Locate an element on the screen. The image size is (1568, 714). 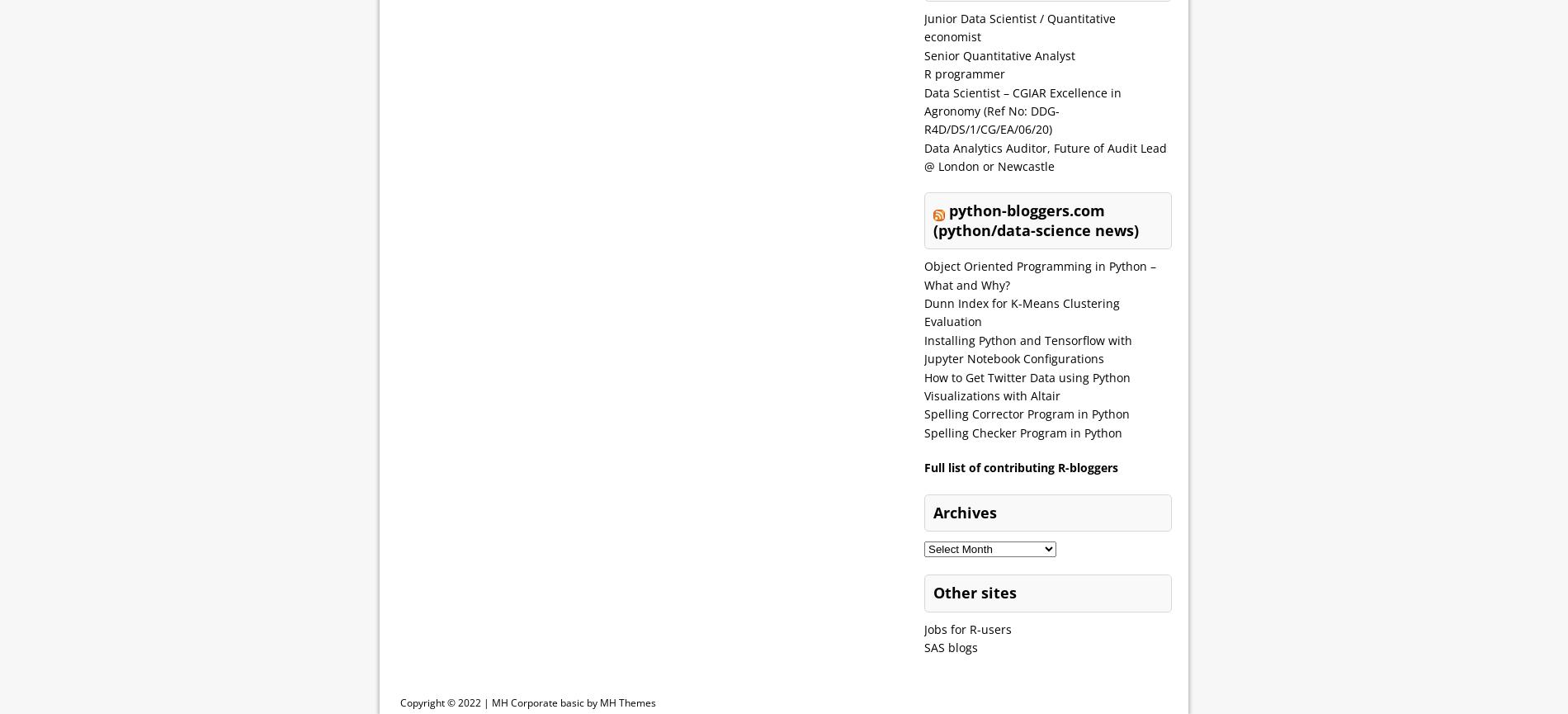
'Copyright © 2022 |' is located at coordinates (446, 701).